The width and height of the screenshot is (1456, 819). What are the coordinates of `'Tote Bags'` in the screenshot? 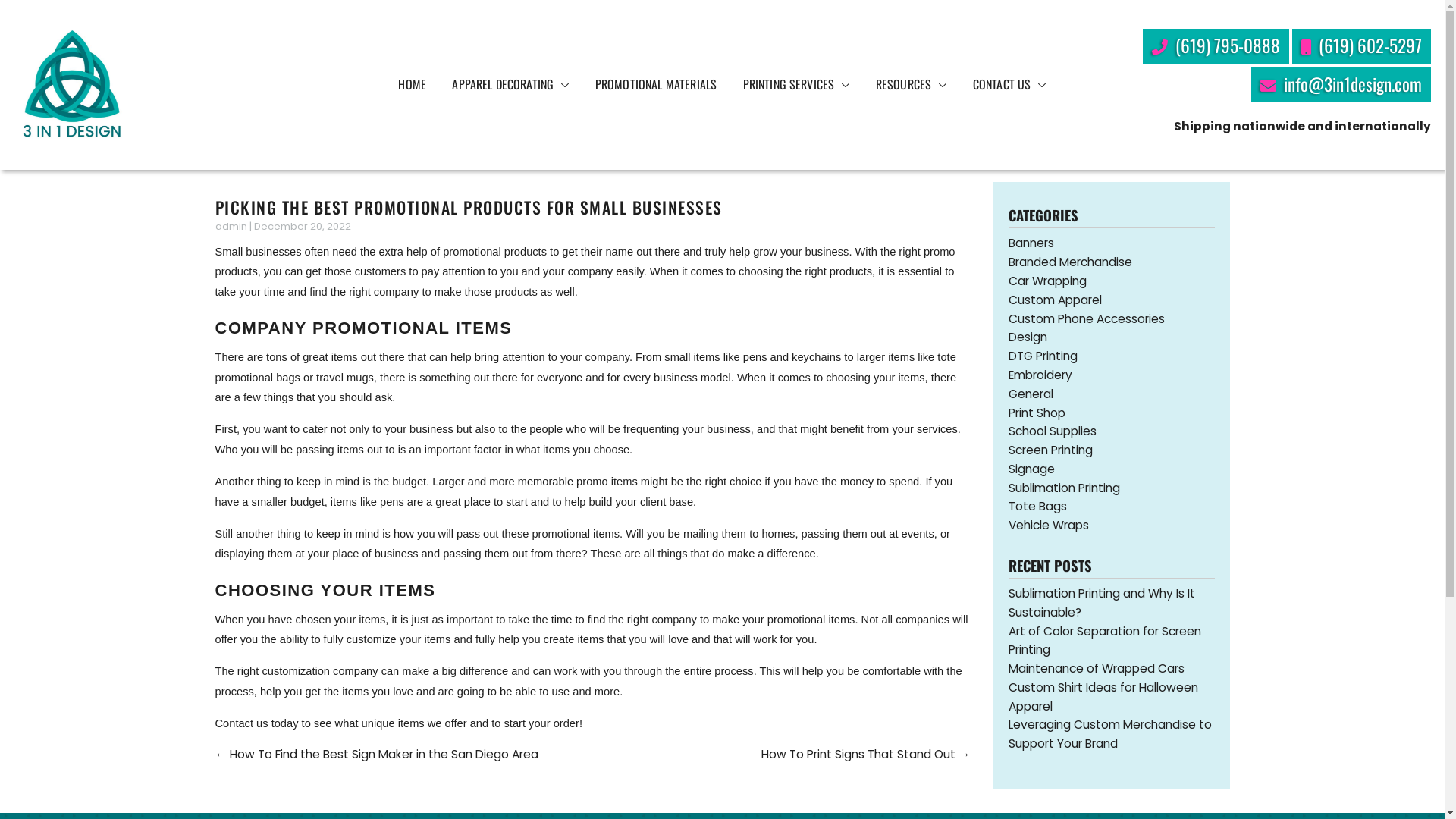 It's located at (1037, 506).